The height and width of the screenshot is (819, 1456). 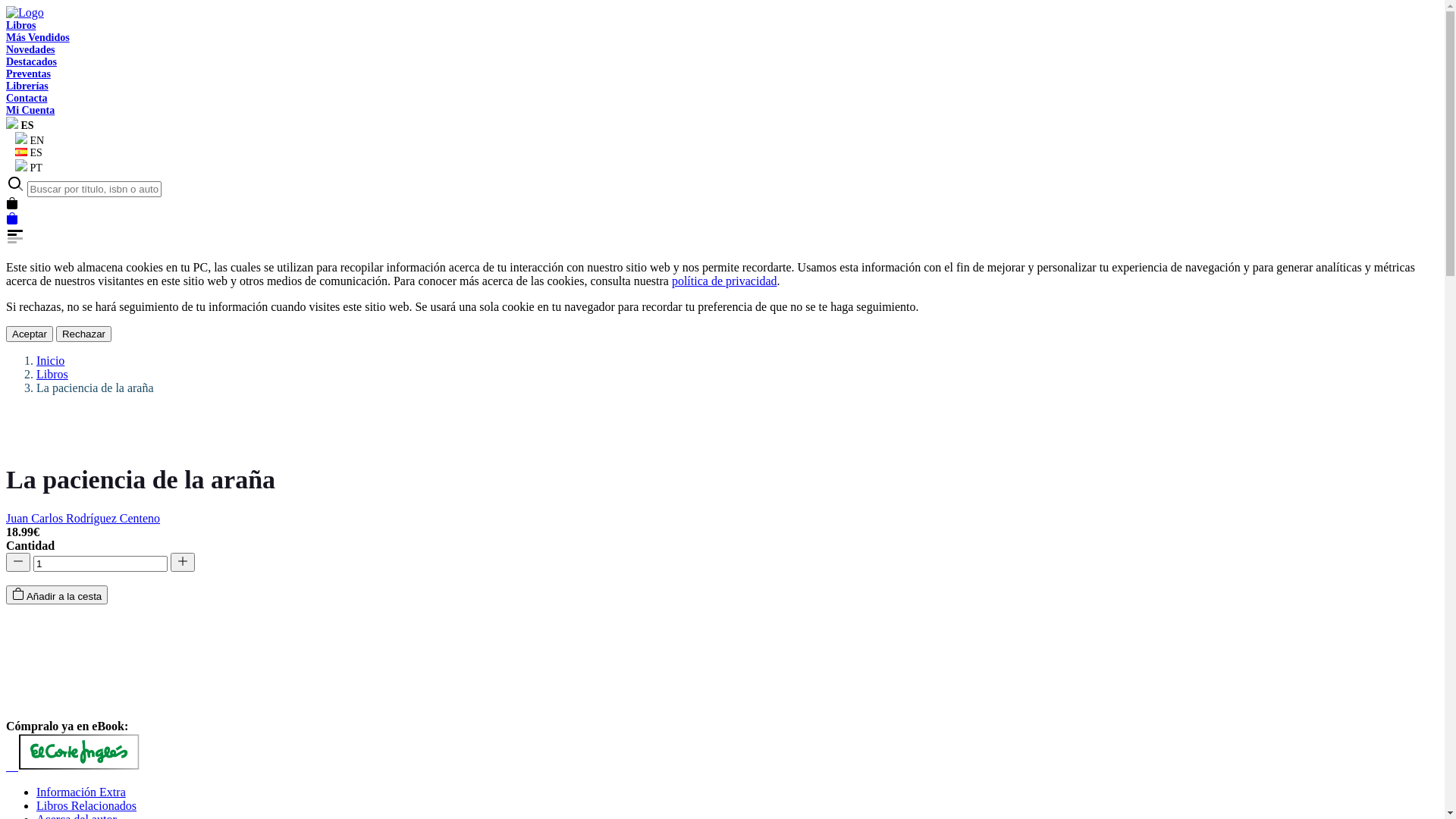 What do you see at coordinates (83, 333) in the screenshot?
I see `'Rechazar'` at bounding box center [83, 333].